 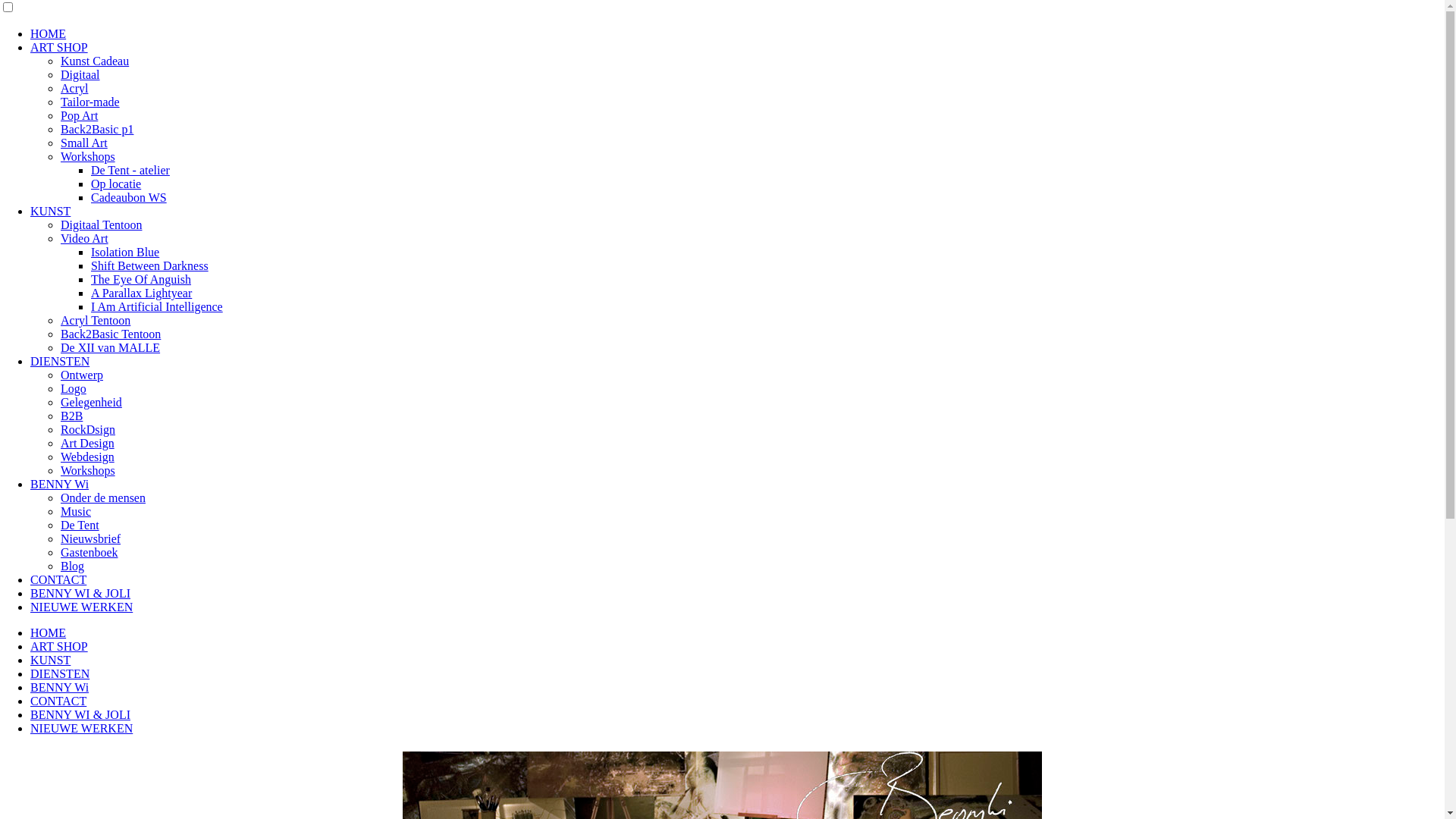 What do you see at coordinates (115, 183) in the screenshot?
I see `'Op locatie'` at bounding box center [115, 183].